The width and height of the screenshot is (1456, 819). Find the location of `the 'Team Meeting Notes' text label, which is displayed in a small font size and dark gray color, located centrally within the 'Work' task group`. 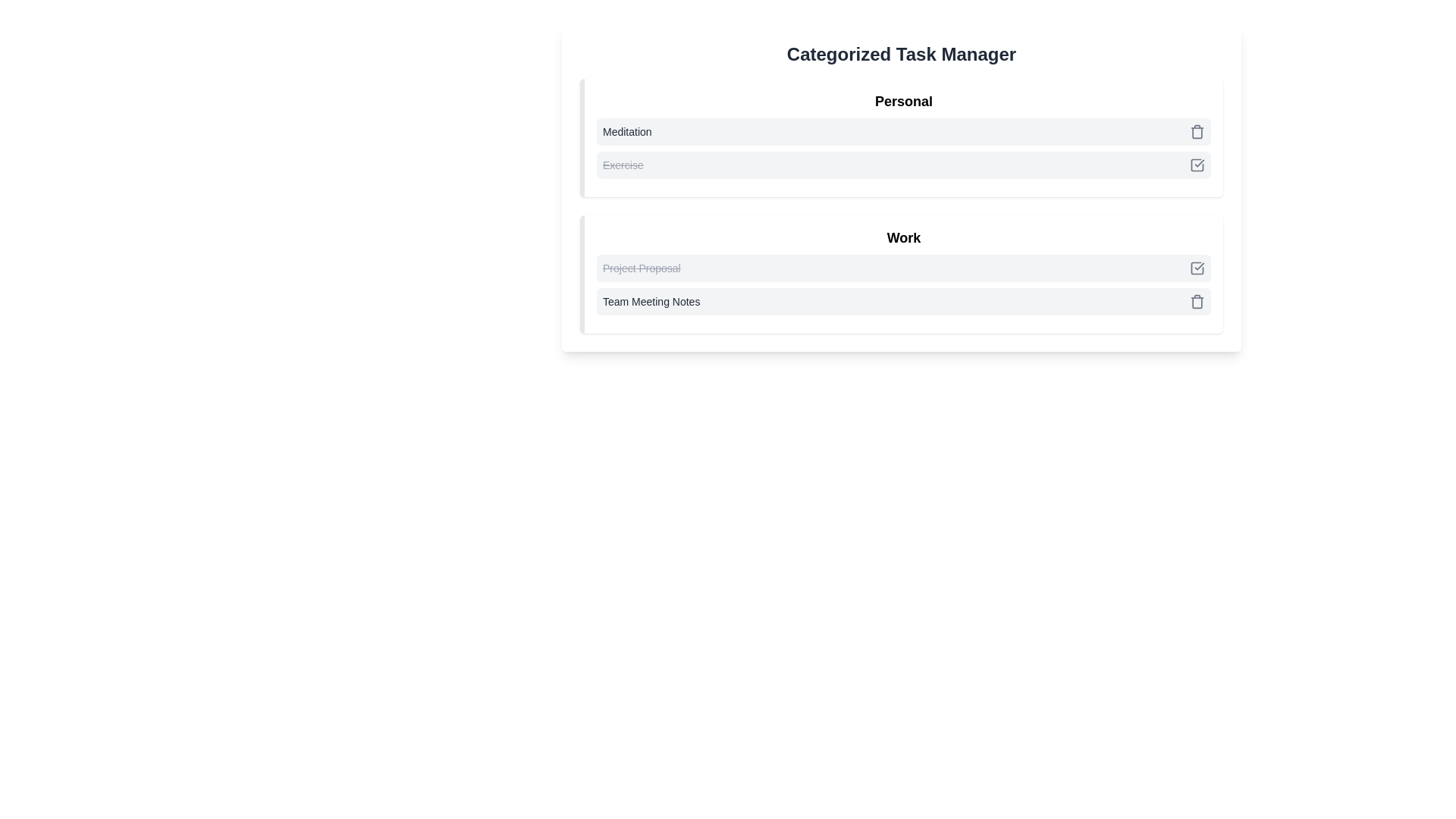

the 'Team Meeting Notes' text label, which is displayed in a small font size and dark gray color, located centrally within the 'Work' task group is located at coordinates (651, 301).